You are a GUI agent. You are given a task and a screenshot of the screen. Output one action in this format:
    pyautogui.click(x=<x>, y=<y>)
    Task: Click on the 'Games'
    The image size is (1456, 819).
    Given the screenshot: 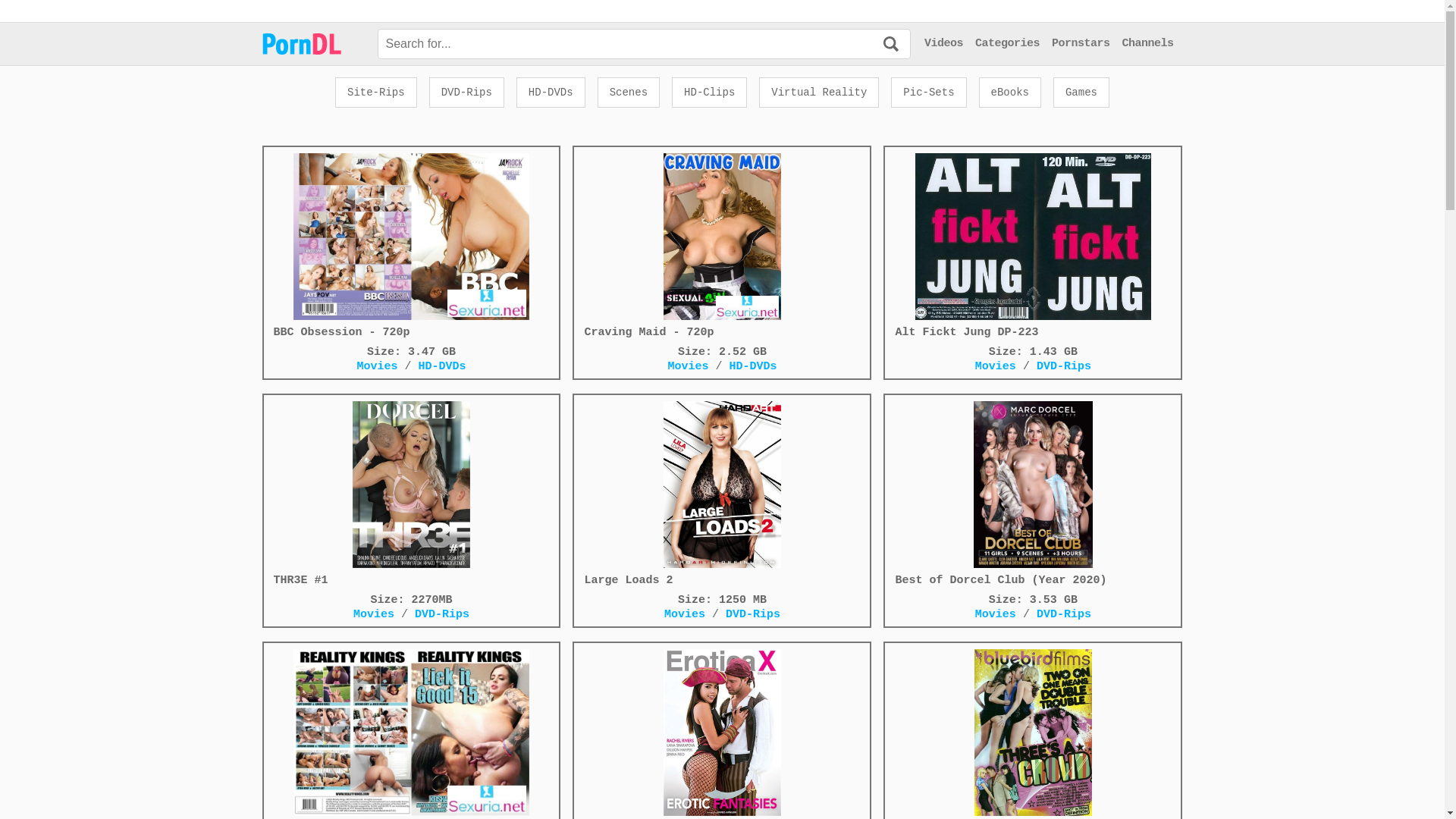 What is the action you would take?
    pyautogui.click(x=1052, y=93)
    